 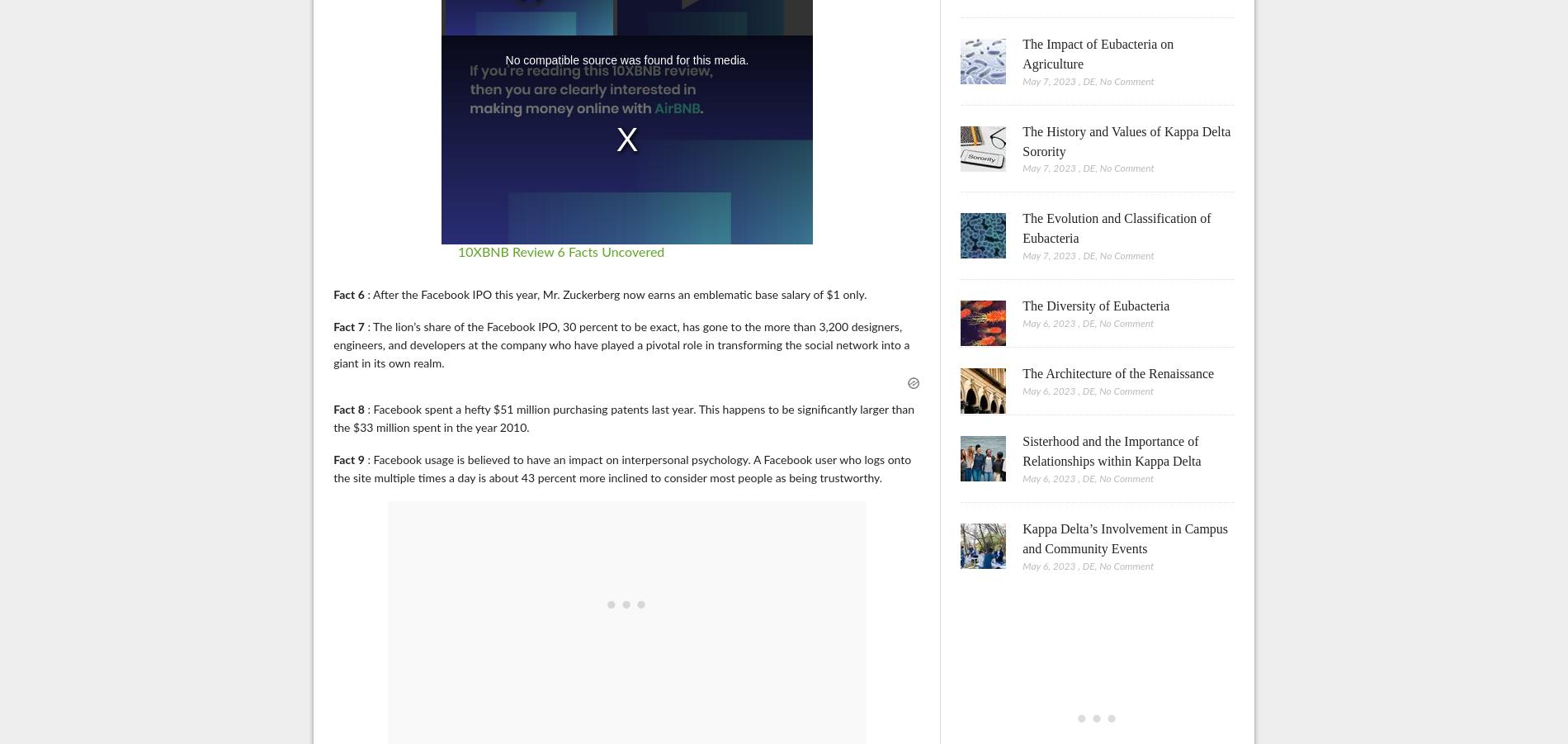 I want to click on 'The Diversity of Eubacteria', so click(x=1094, y=305).